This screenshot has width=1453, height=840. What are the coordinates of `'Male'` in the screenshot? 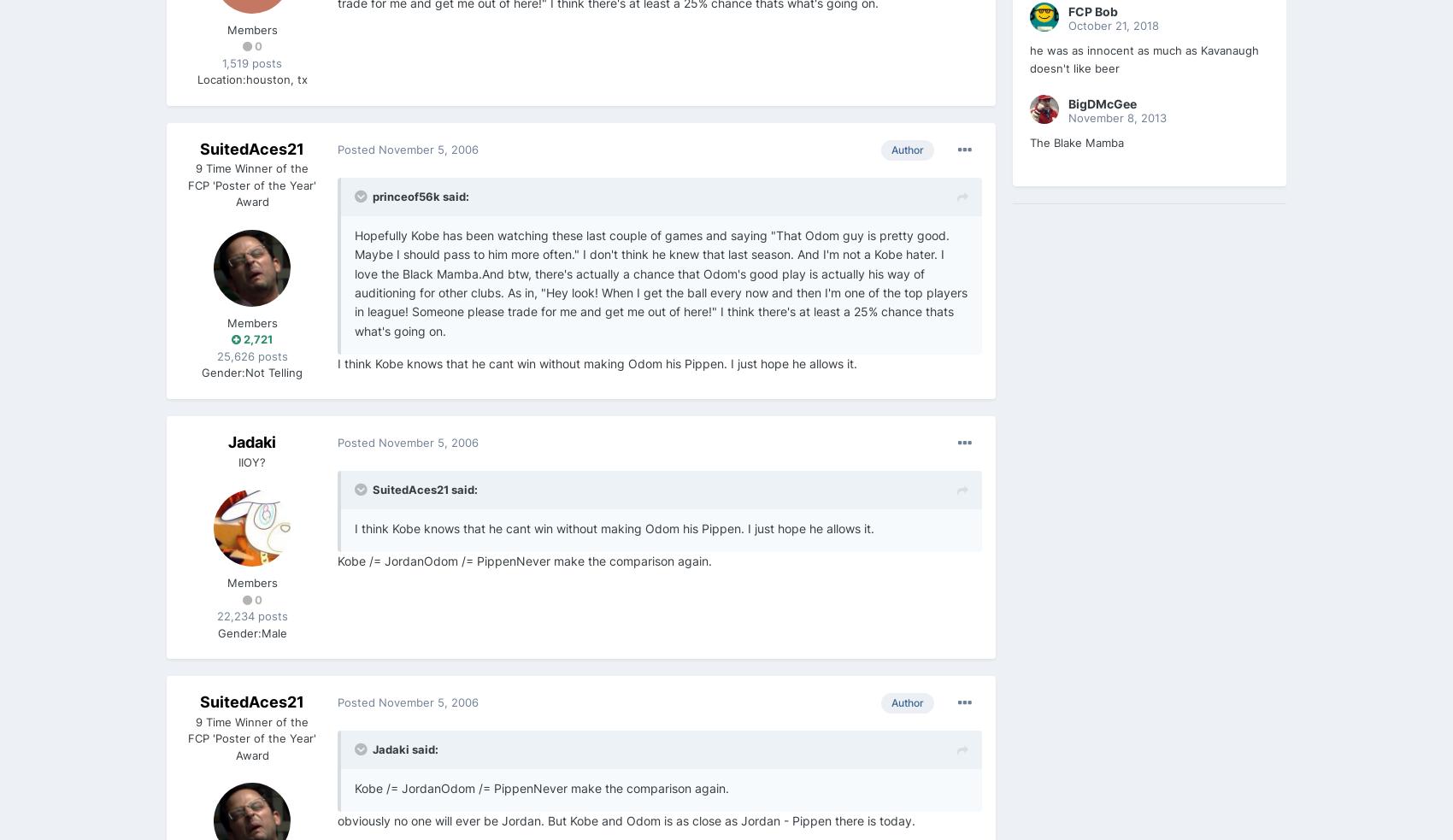 It's located at (260, 631).